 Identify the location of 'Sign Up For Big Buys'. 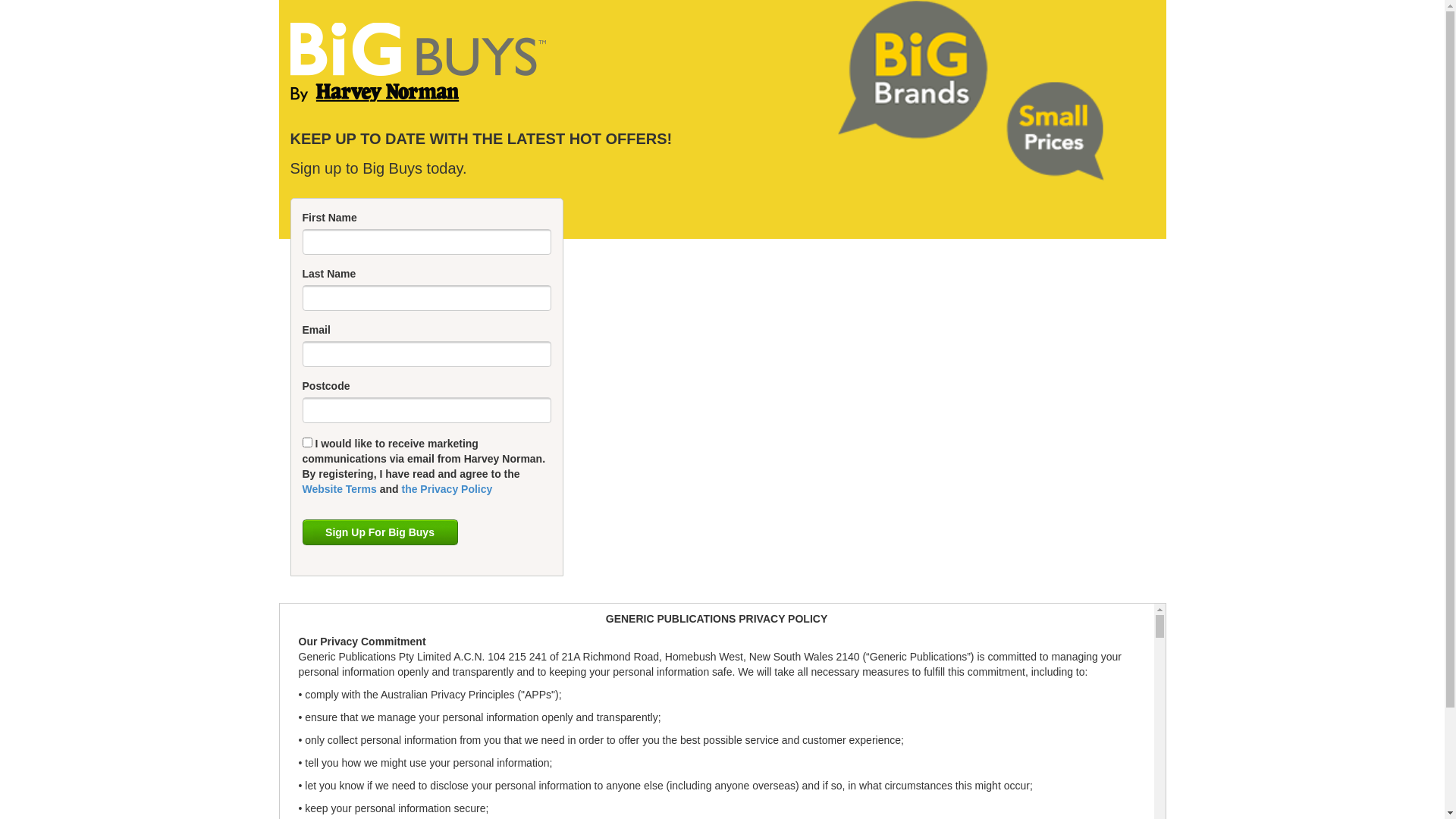
(379, 532).